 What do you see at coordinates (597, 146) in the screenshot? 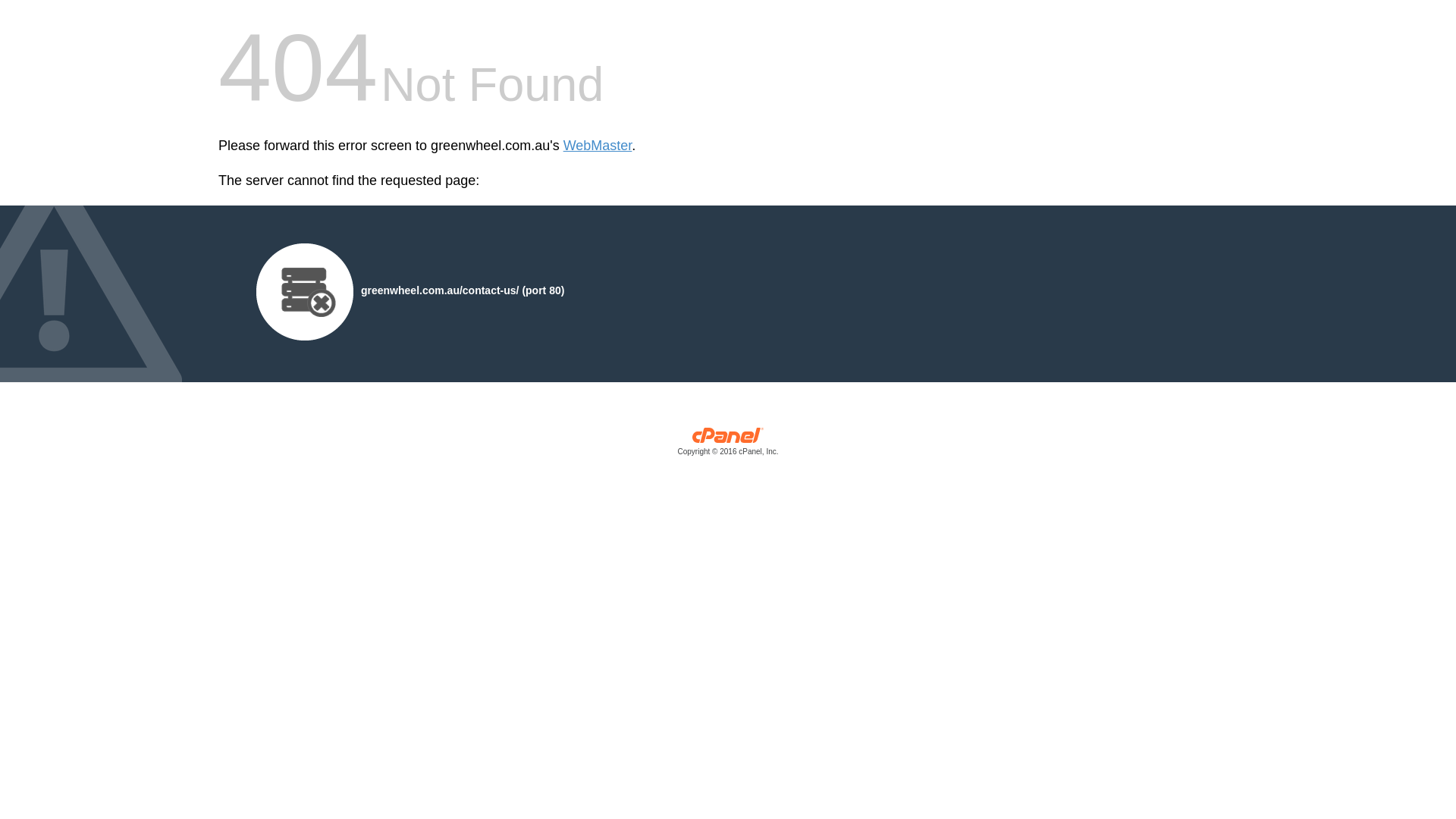
I see `'WebMaster'` at bounding box center [597, 146].